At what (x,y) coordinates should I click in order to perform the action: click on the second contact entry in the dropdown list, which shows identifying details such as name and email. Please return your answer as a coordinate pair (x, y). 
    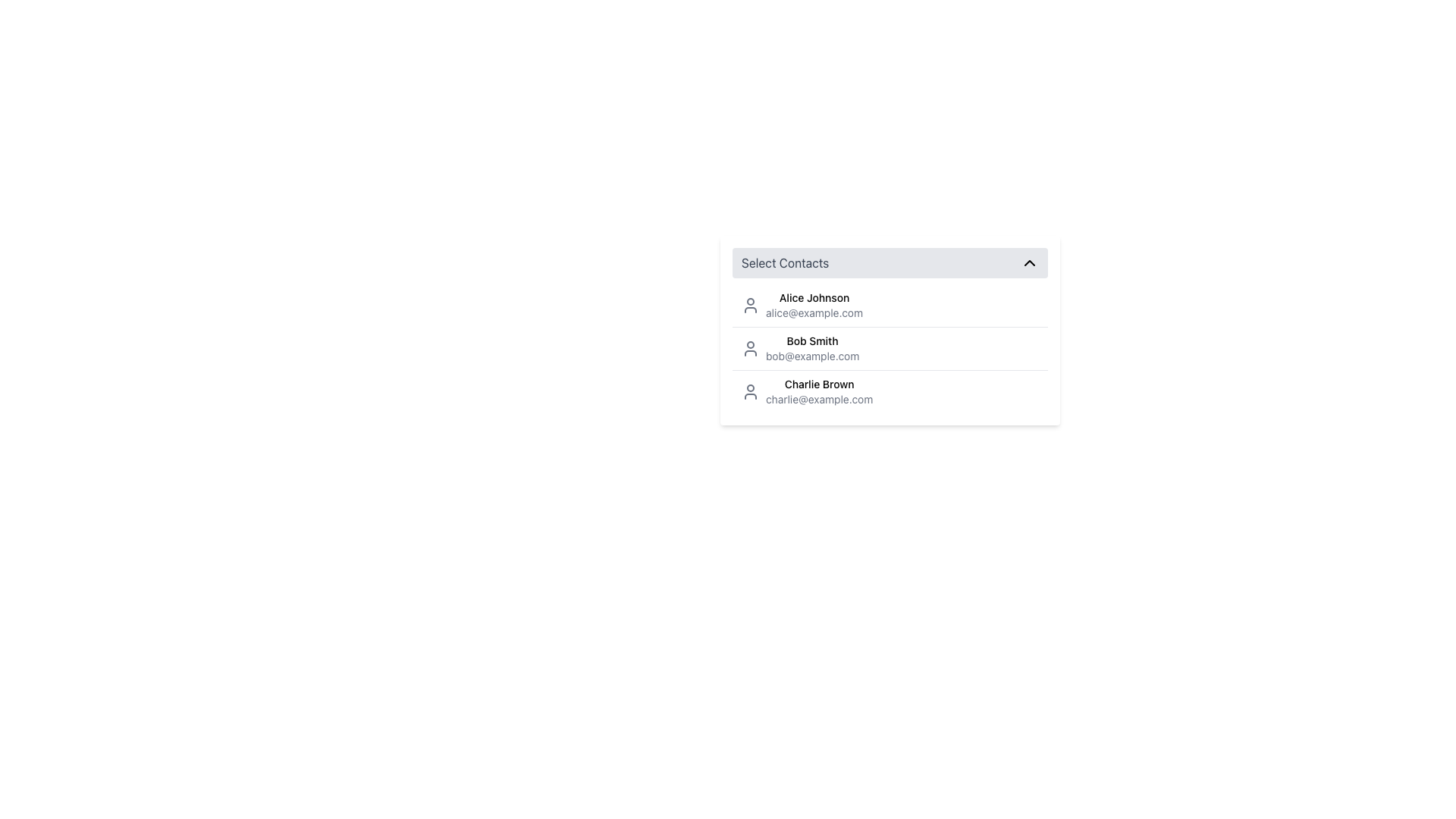
    Looking at the image, I should click on (890, 348).